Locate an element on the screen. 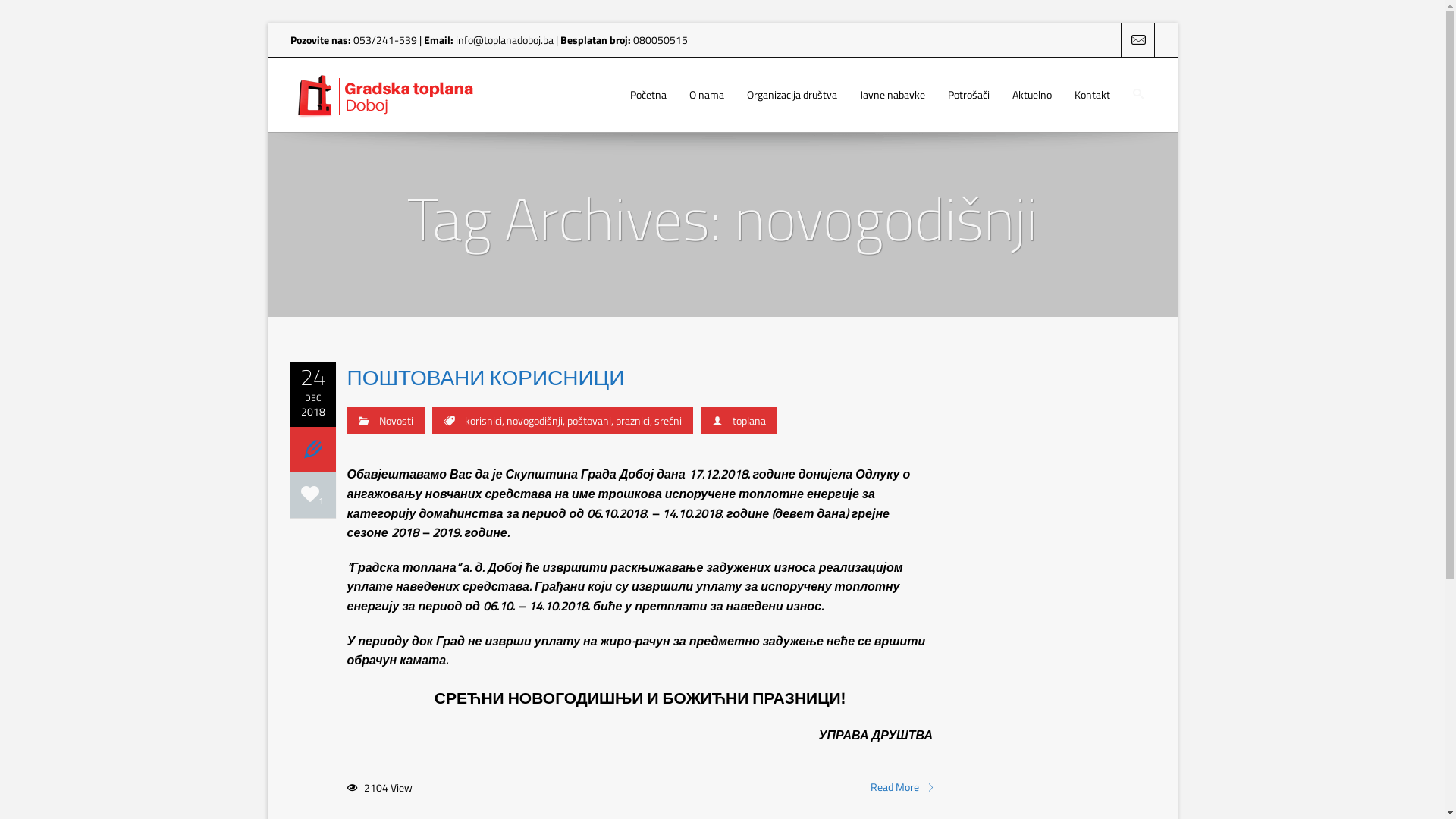  'Gradska Toplana Doboj' is located at coordinates (384, 94).